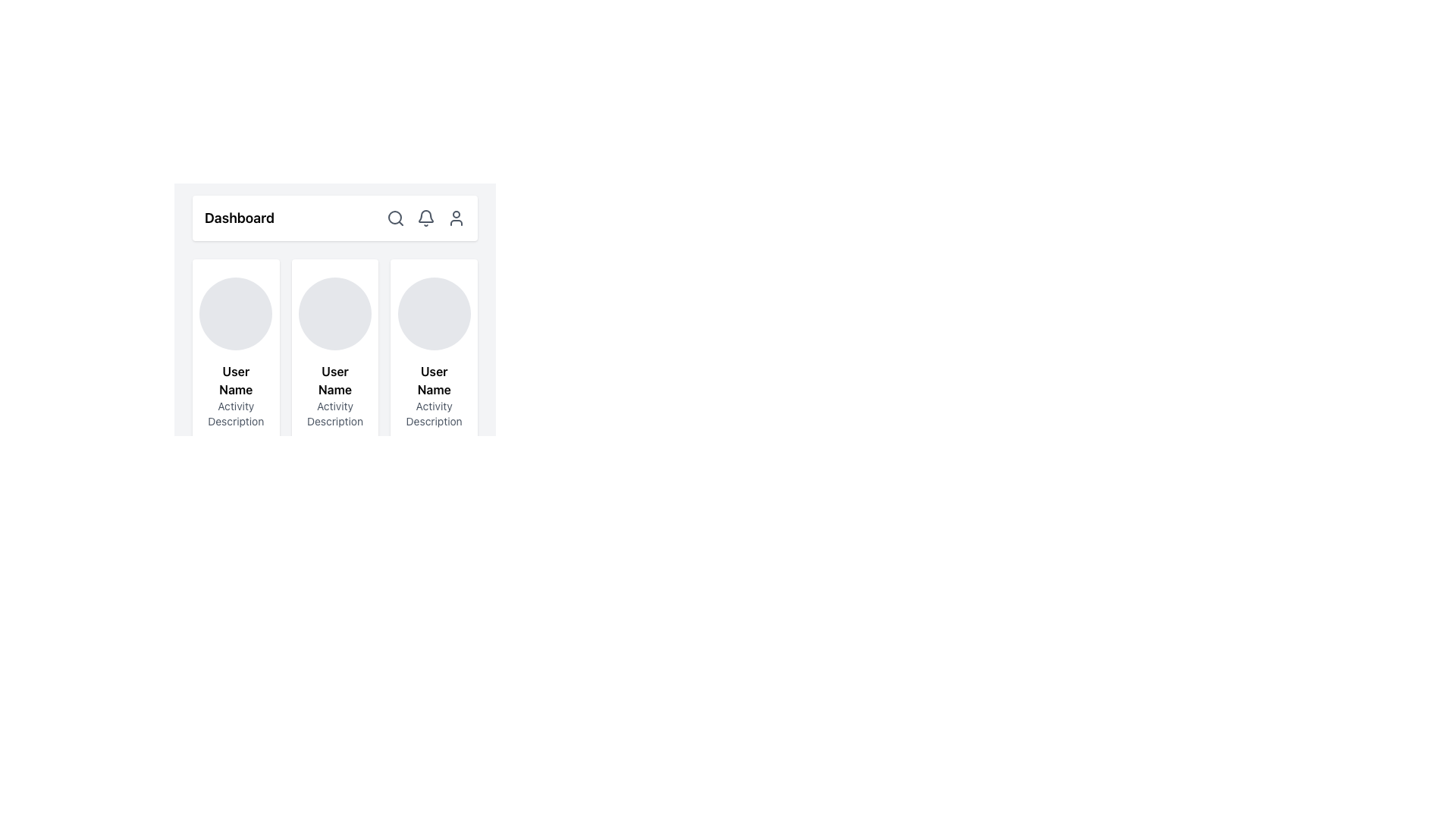 This screenshot has width=1456, height=819. What do you see at coordinates (334, 414) in the screenshot?
I see `the descriptive text label located below the 'User Name' label within the centralized card in the middle of the page` at bounding box center [334, 414].